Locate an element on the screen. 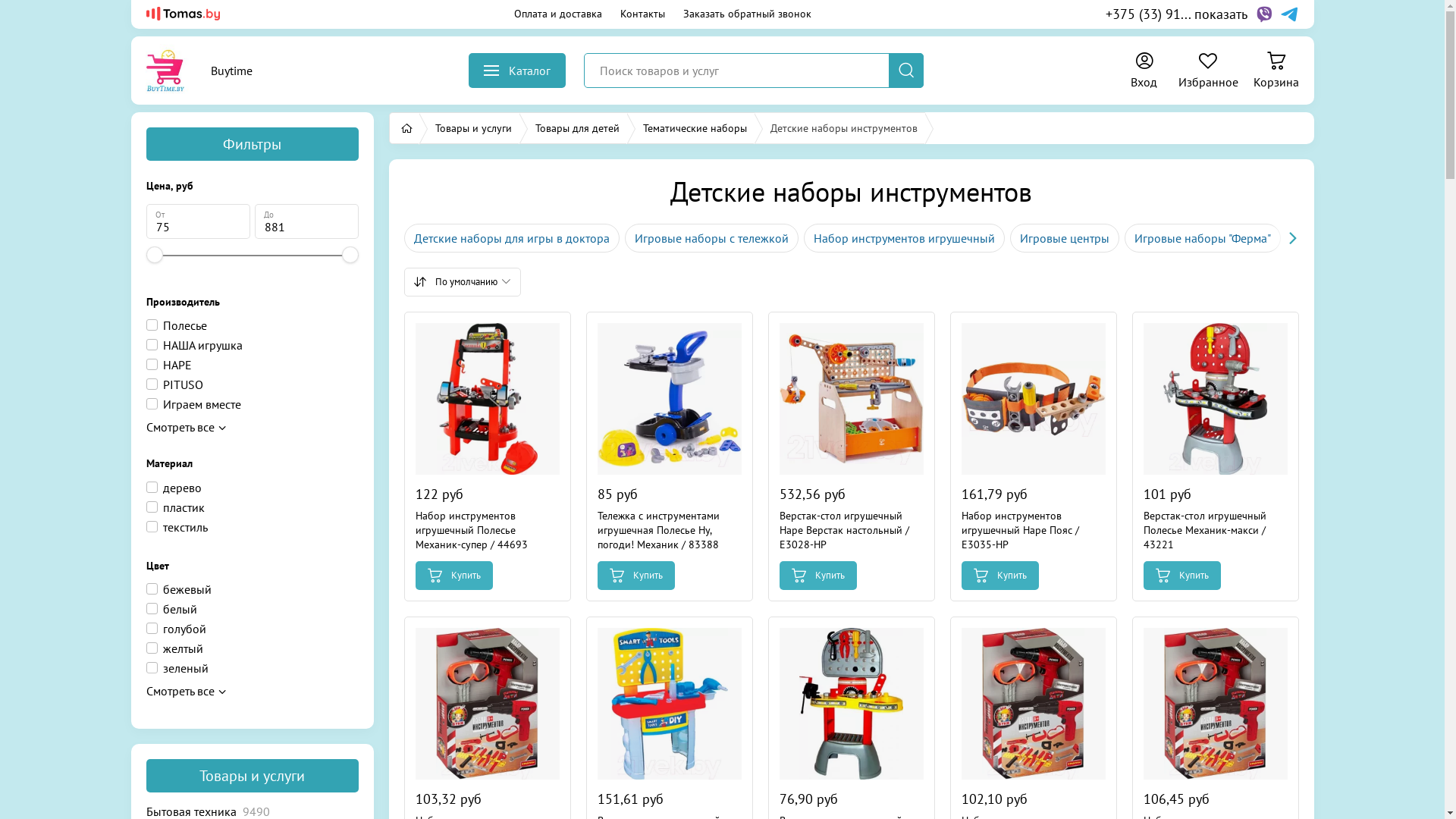  'Viber' is located at coordinates (1263, 14).